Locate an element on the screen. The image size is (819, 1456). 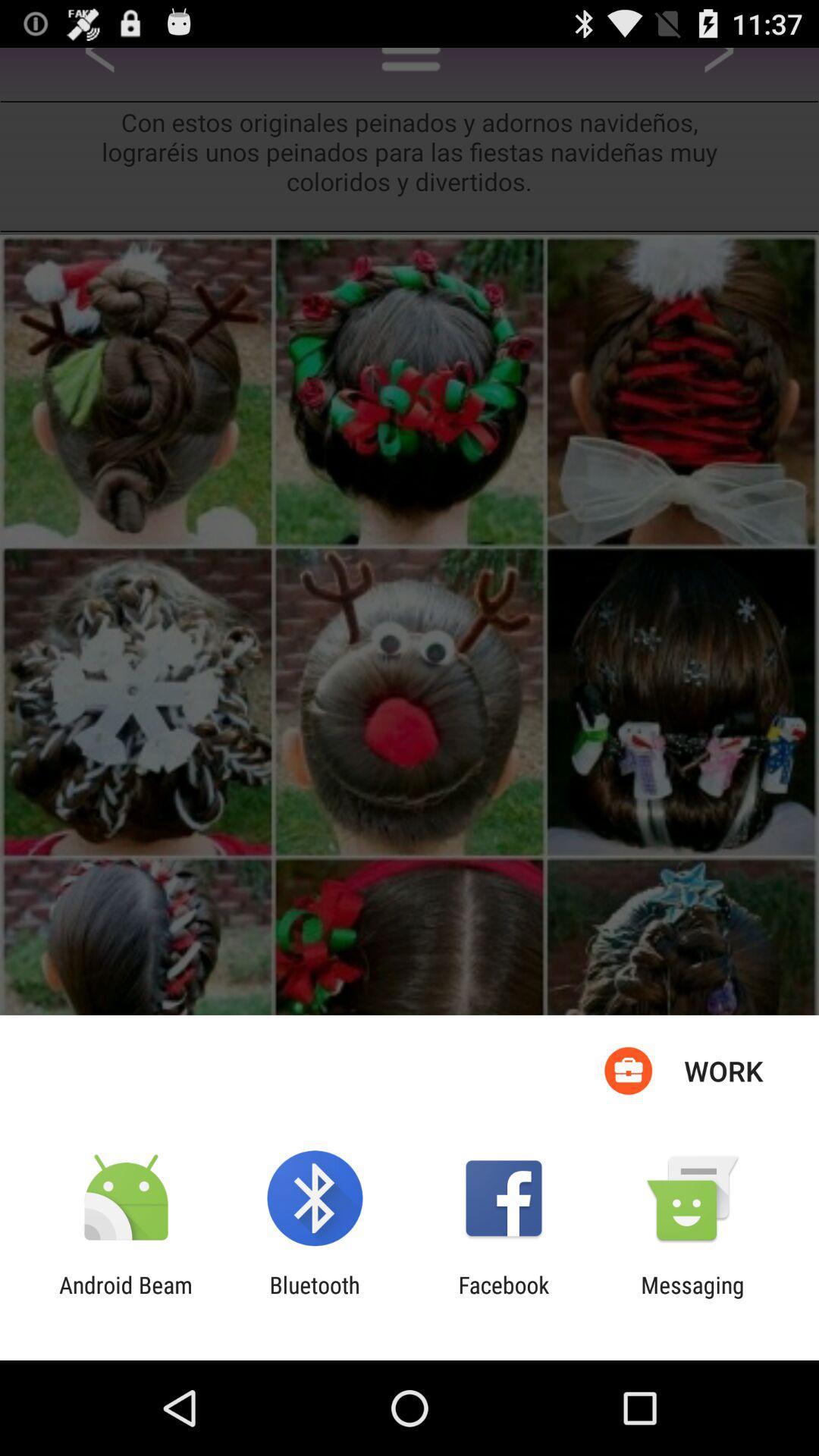
the app next to the bluetooth icon is located at coordinates (125, 1298).